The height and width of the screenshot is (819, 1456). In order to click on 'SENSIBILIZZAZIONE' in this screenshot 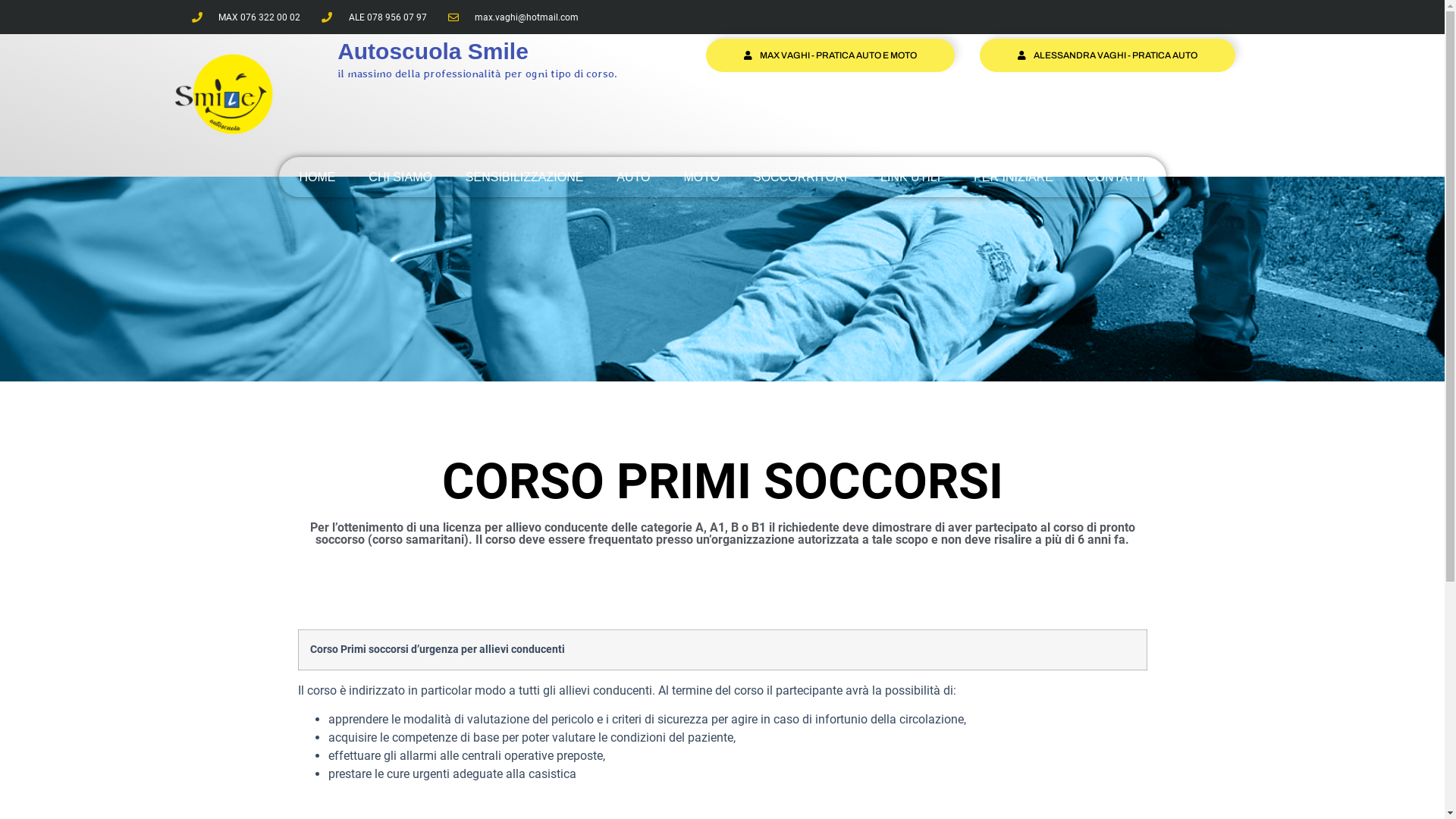, I will do `click(447, 177)`.